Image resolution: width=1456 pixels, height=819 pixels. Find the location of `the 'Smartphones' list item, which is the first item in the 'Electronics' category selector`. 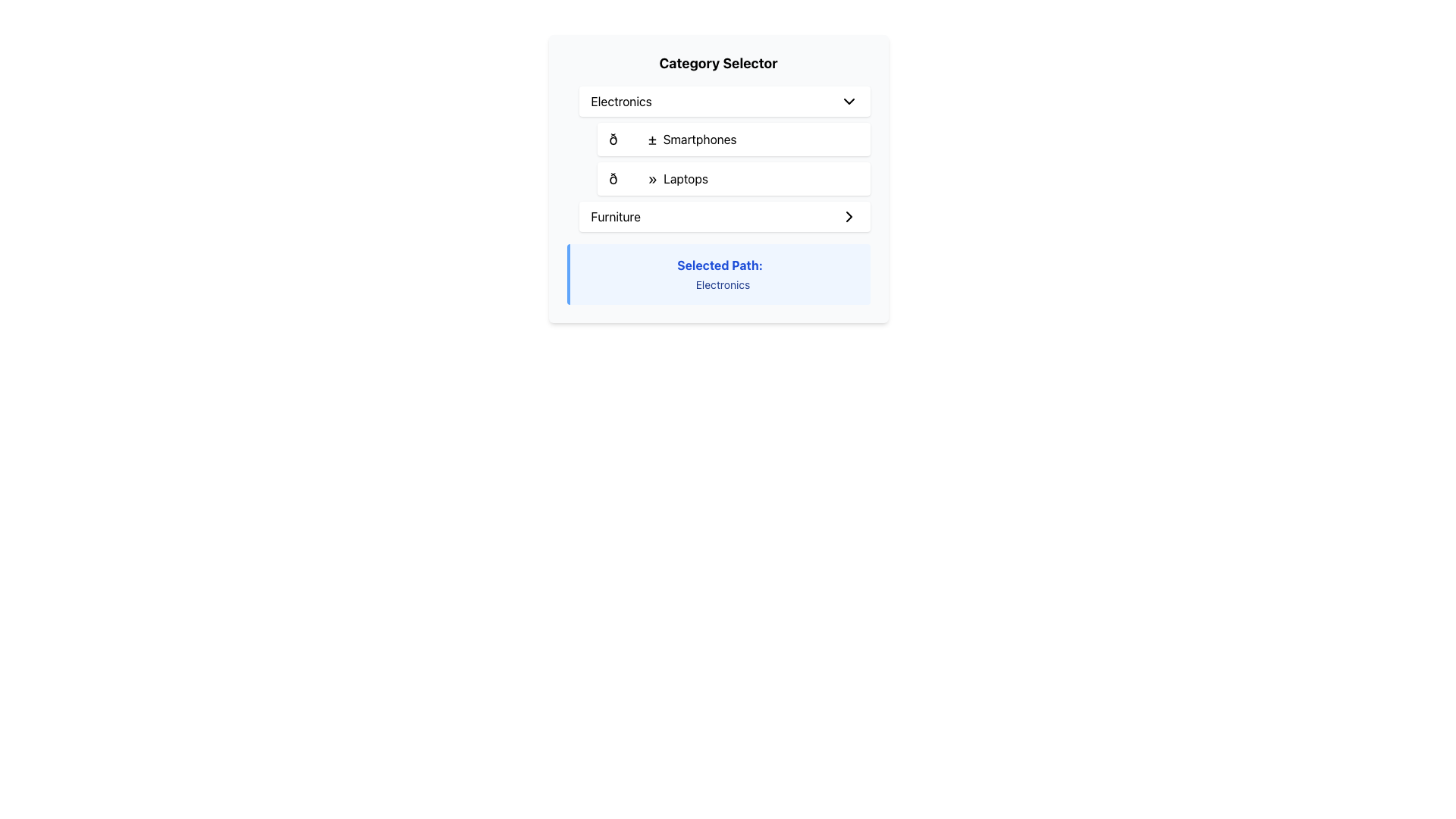

the 'Smartphones' list item, which is the first item in the 'Electronics' category selector is located at coordinates (672, 140).